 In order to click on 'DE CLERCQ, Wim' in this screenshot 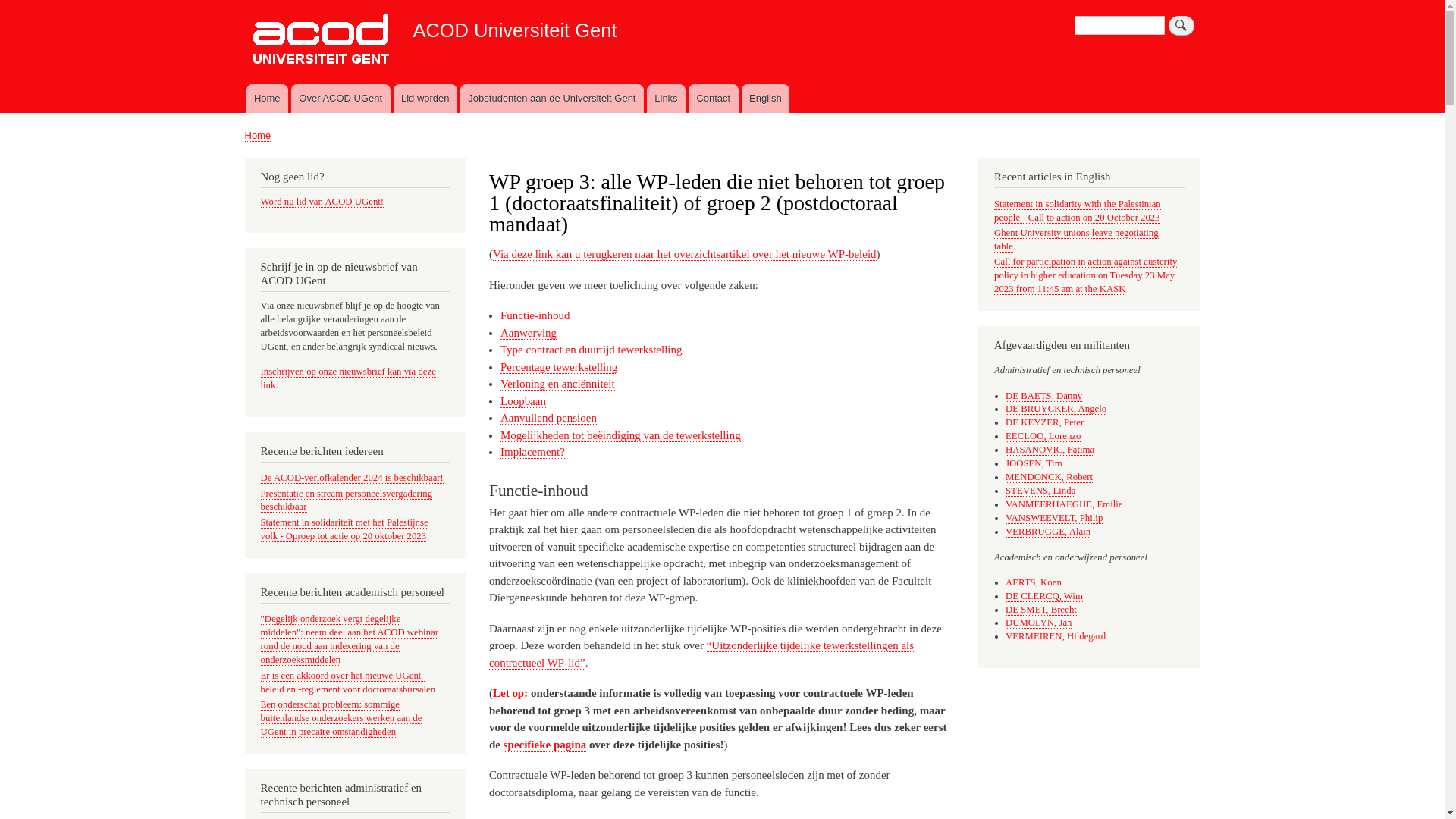, I will do `click(1043, 595)`.